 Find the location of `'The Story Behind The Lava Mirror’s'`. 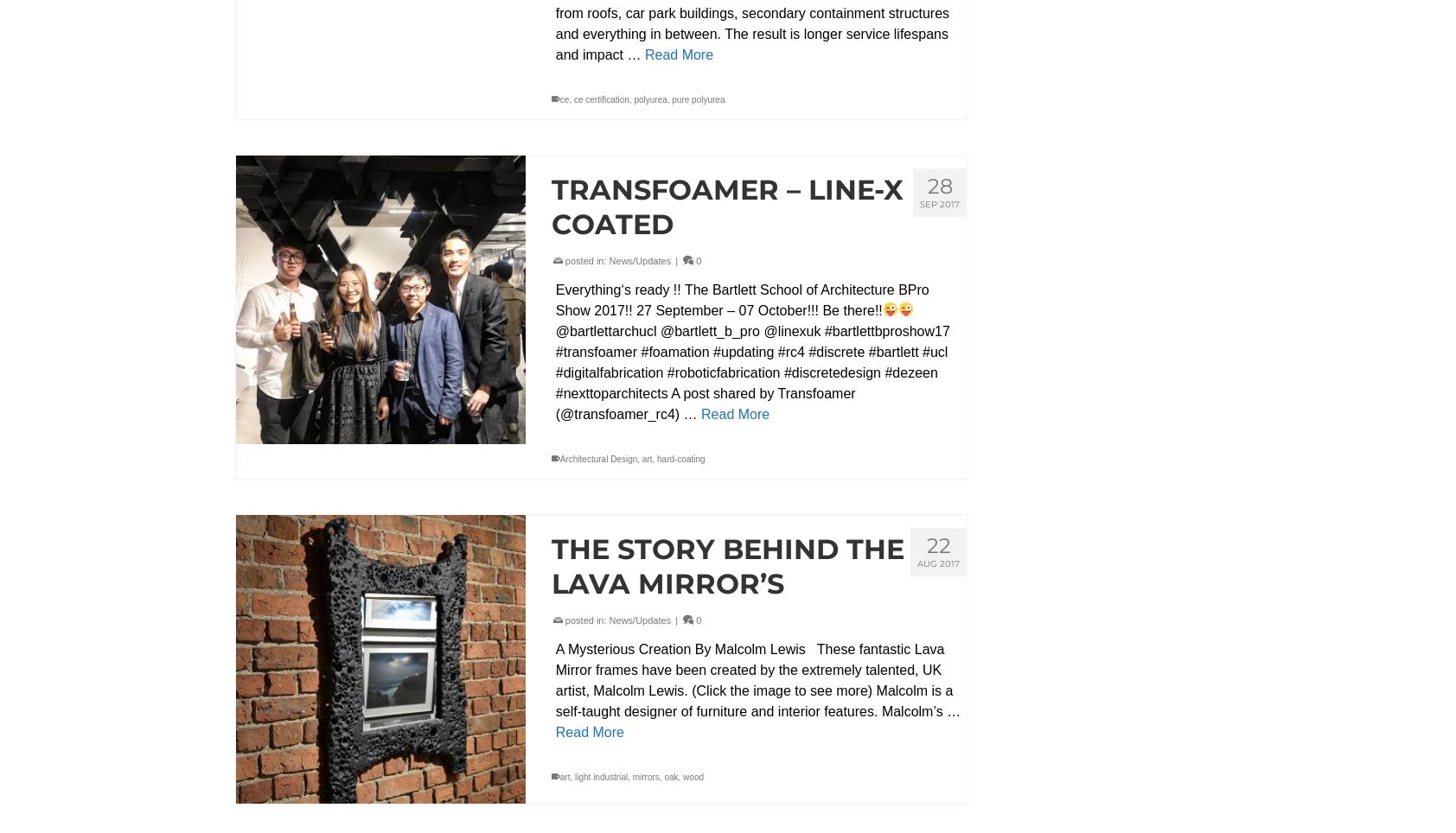

'The Story Behind The Lava Mirror’s' is located at coordinates (551, 564).